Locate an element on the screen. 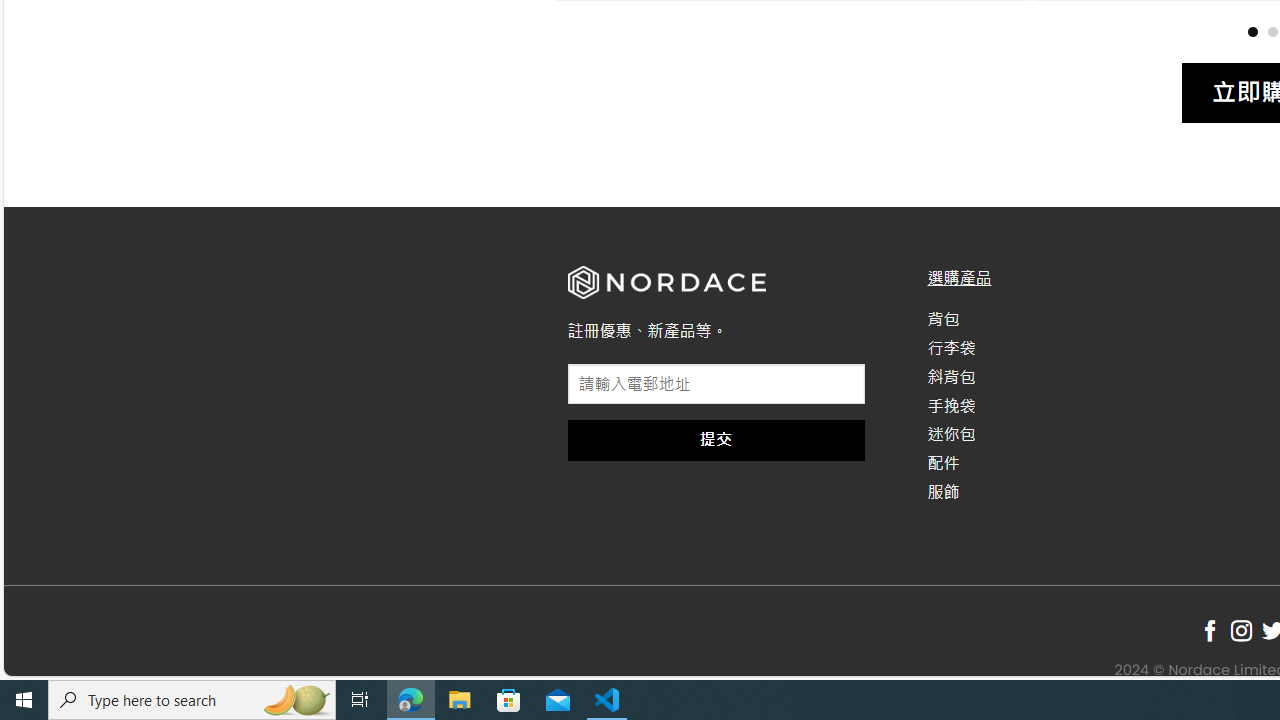 The image size is (1280, 720). 'Page dot 1' is located at coordinates (1251, 31).